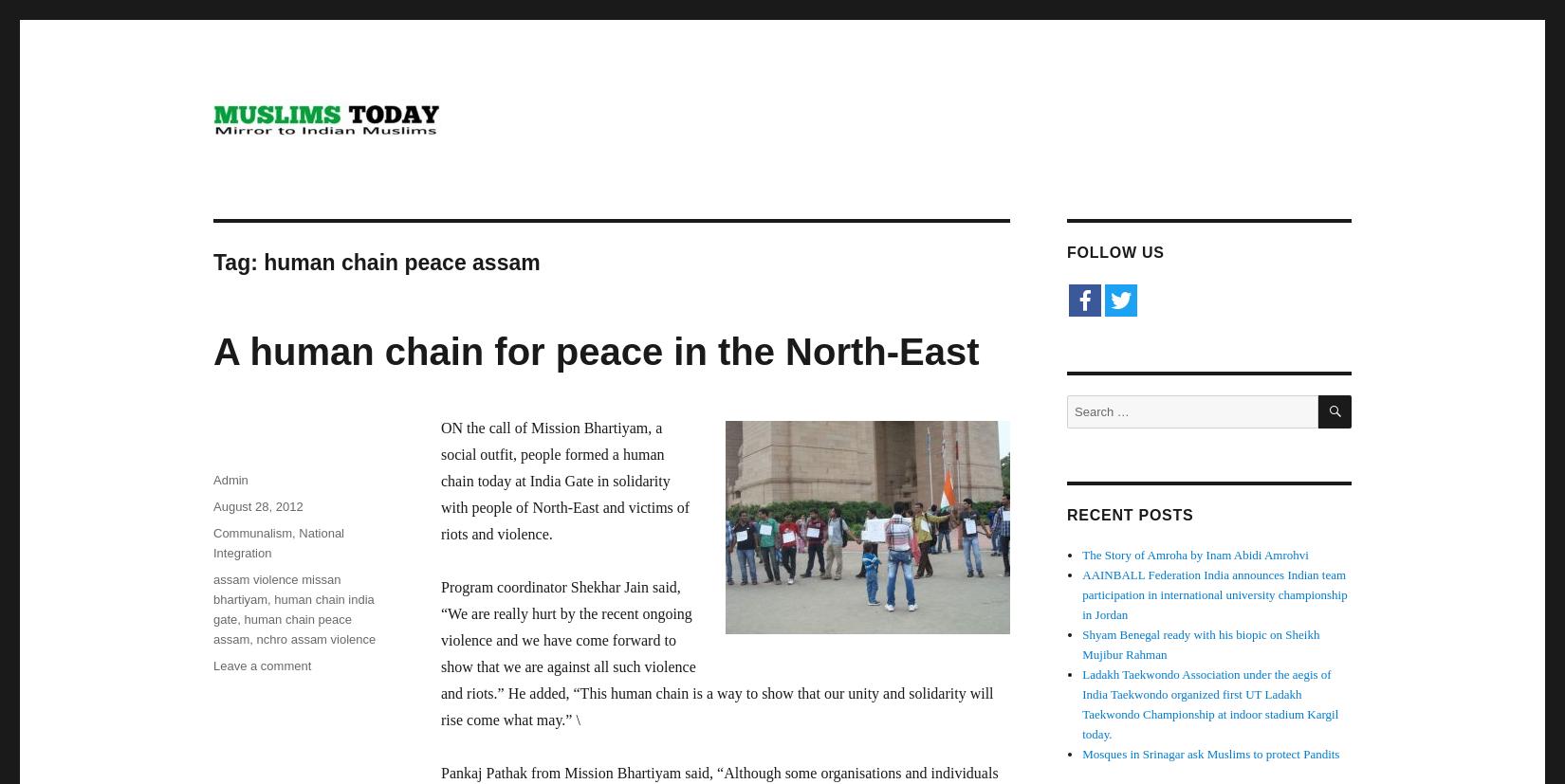 Image resolution: width=1565 pixels, height=784 pixels. I want to click on 'Mirror to Indian Muslims', so click(276, 151).